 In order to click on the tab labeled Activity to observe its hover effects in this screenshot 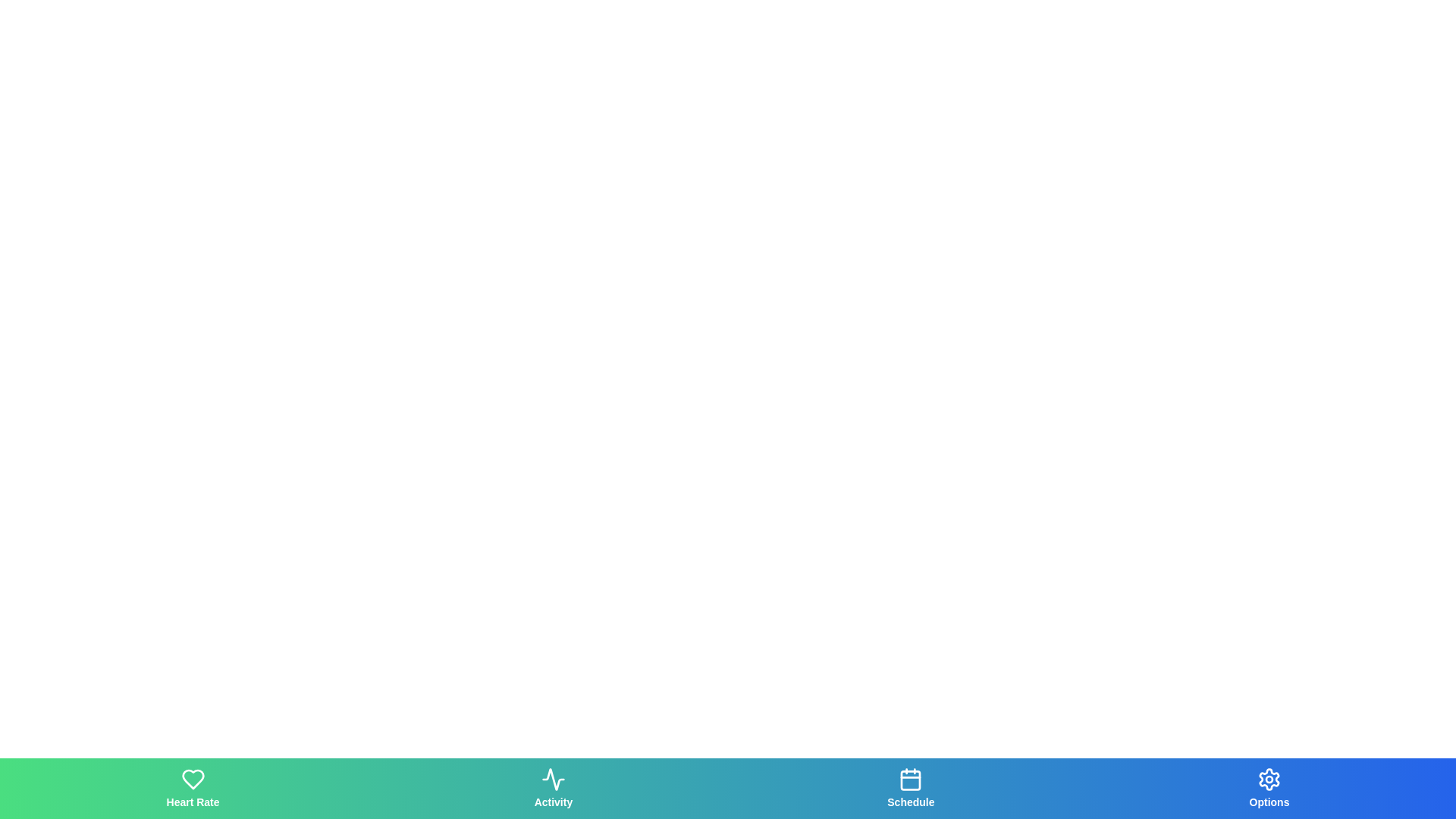, I will do `click(552, 788)`.